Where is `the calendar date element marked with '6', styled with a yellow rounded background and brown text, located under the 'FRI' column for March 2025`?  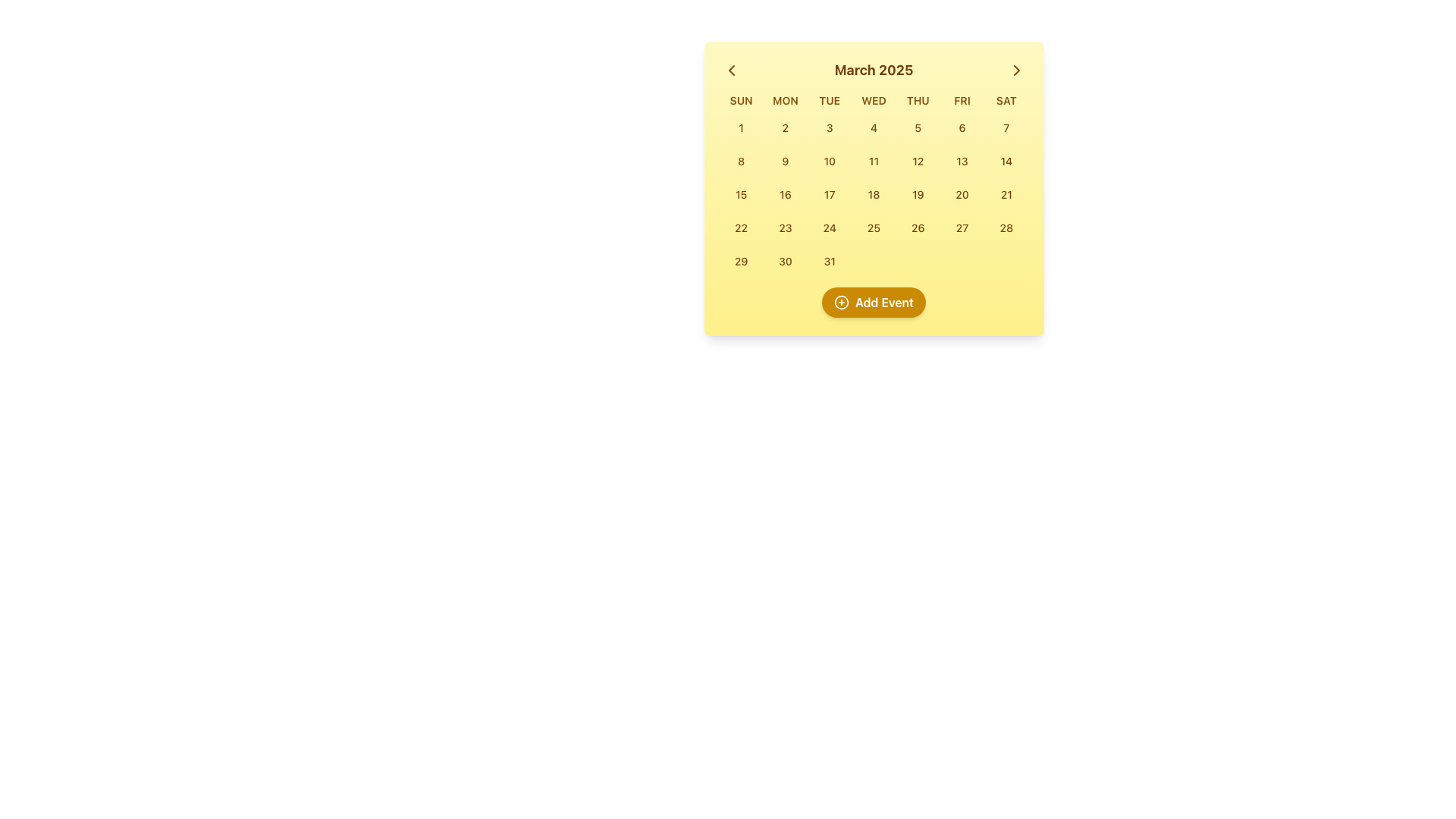
the calendar date element marked with '6', styled with a yellow rounded background and brown text, located under the 'FRI' column for March 2025 is located at coordinates (962, 127).